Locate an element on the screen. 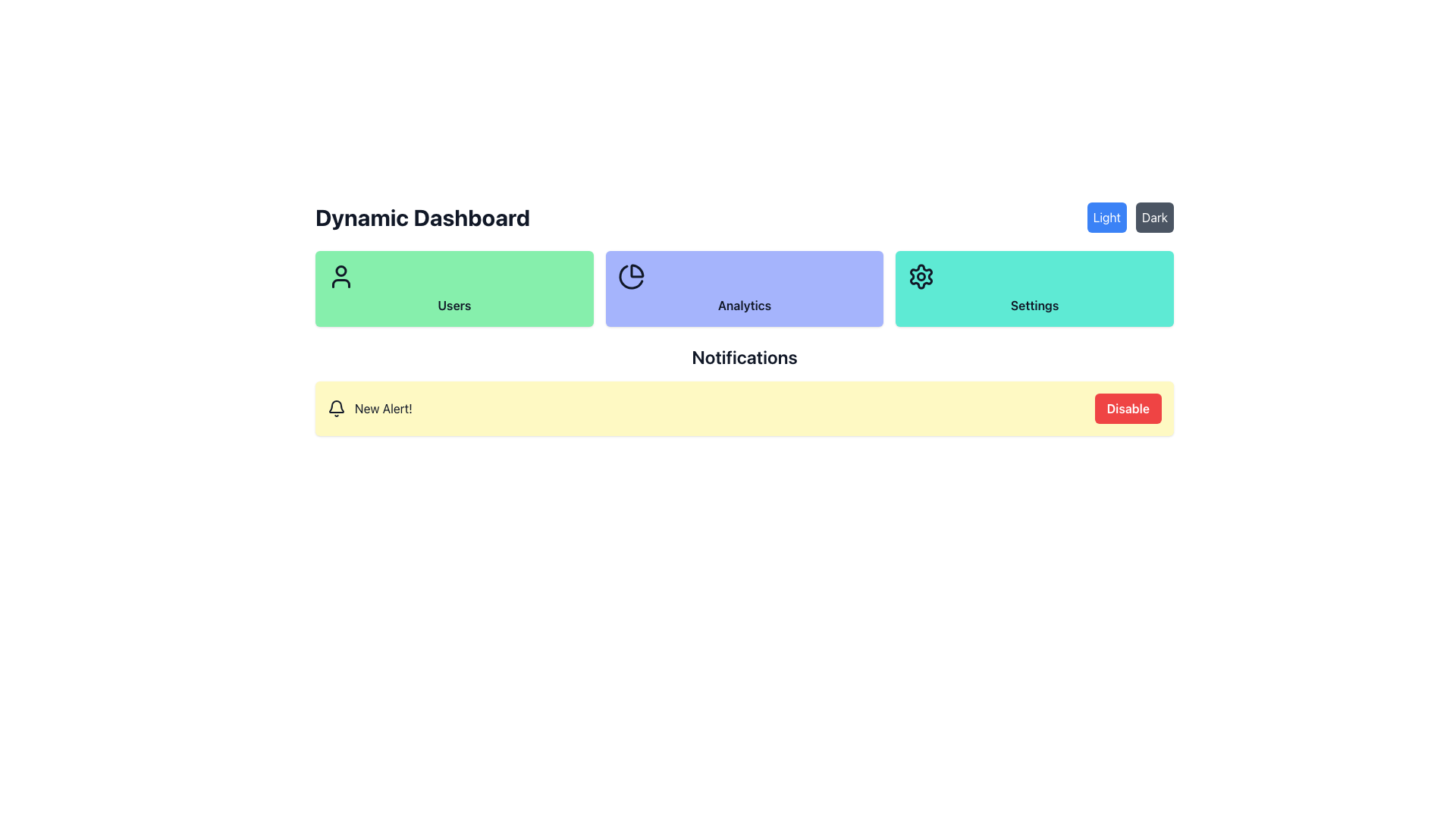 The width and height of the screenshot is (1456, 819). text label 'Users' located at the center-bottom of the green rectangular section, which serves as a navigation label for the interactive area is located at coordinates (453, 305).